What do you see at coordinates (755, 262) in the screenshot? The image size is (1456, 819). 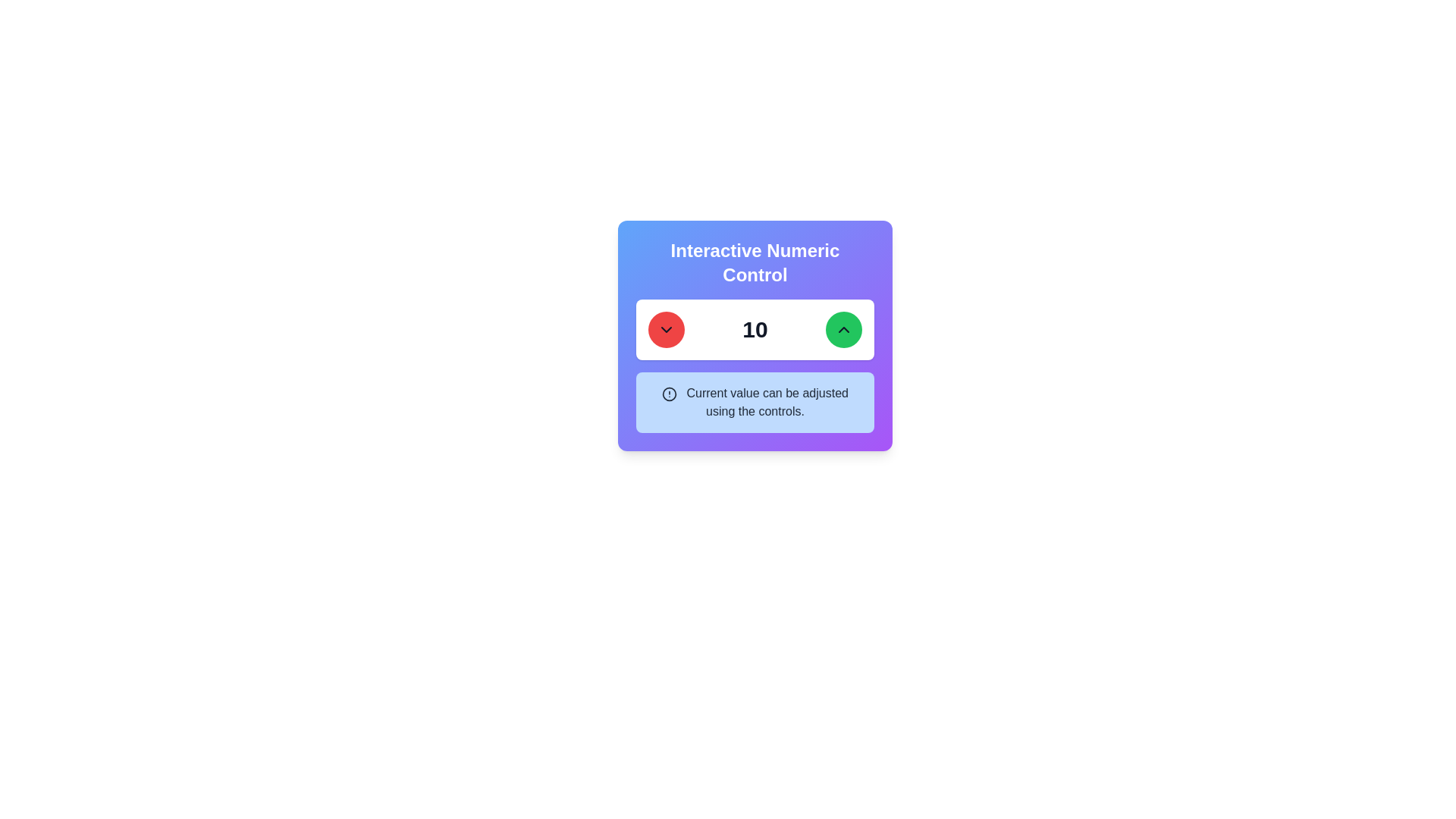 I see `the bold, centered text label reading 'Interactive Numeric Control' that is styled with a larger font size and stands out in a colorful gradient background` at bounding box center [755, 262].